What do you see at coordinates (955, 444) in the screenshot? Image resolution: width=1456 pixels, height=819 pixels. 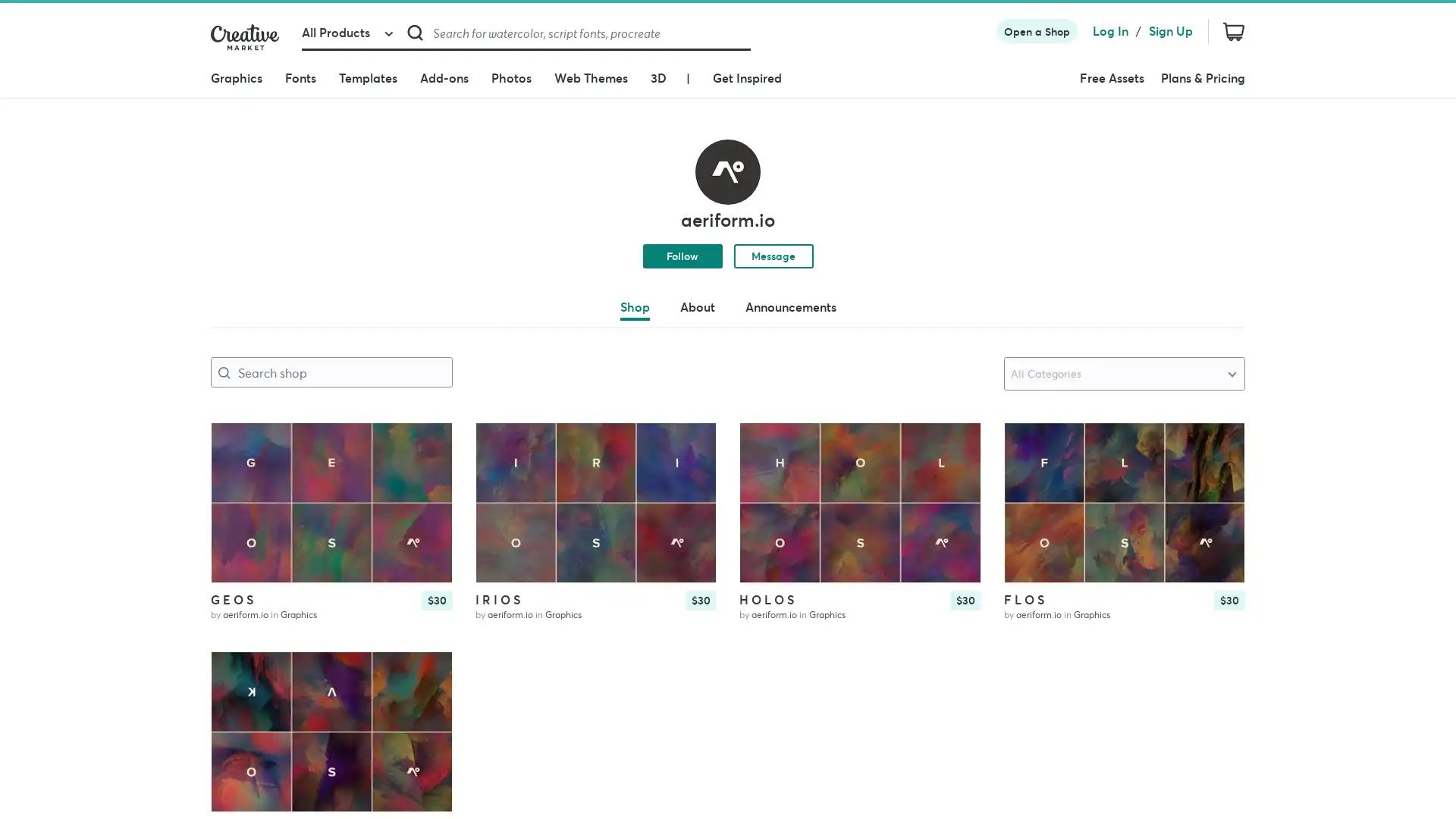 I see `Like` at bounding box center [955, 444].